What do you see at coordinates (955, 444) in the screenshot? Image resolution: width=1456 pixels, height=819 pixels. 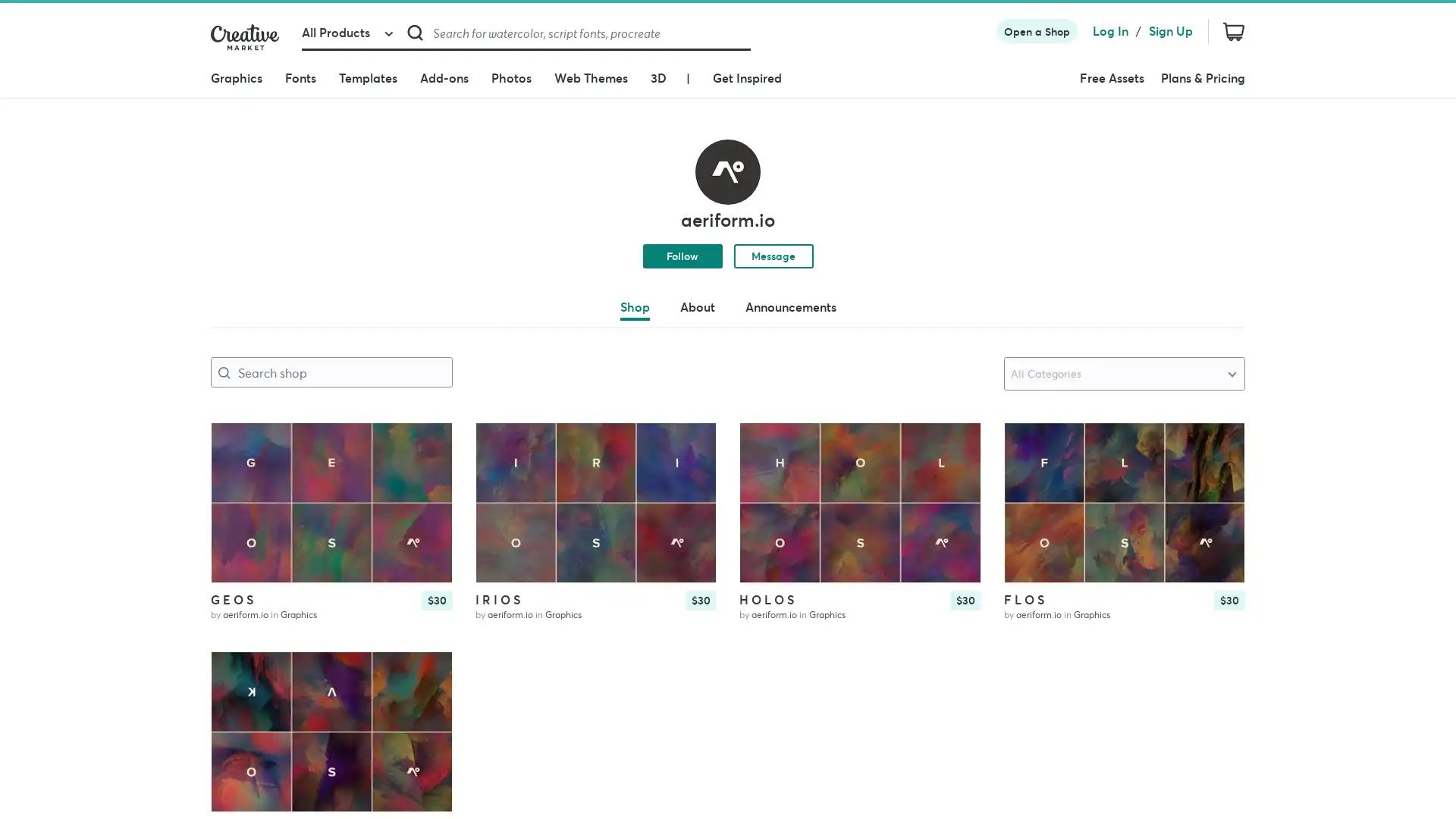 I see `Like` at bounding box center [955, 444].